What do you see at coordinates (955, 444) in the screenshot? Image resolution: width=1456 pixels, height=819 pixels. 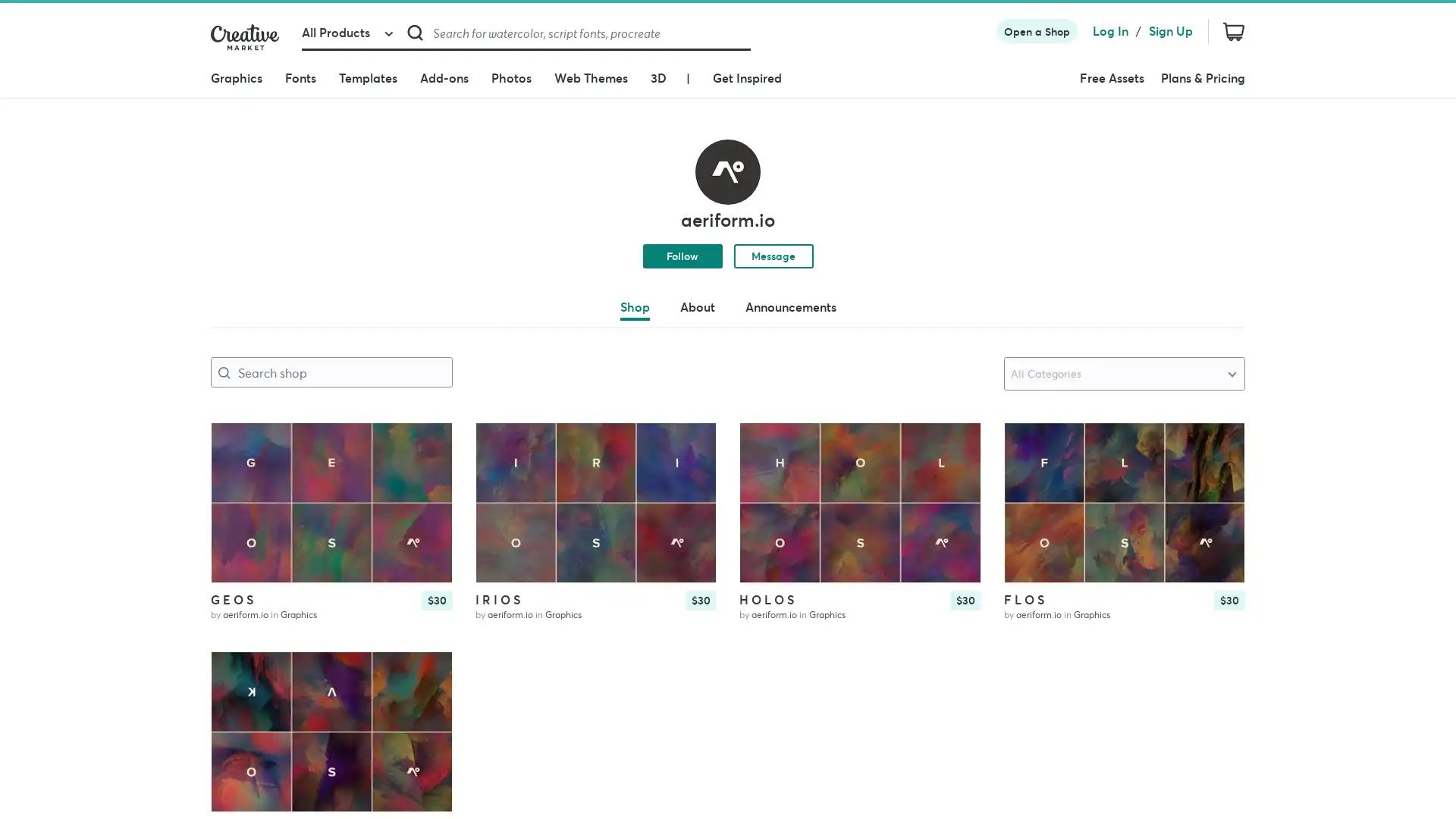 I see `Like` at bounding box center [955, 444].